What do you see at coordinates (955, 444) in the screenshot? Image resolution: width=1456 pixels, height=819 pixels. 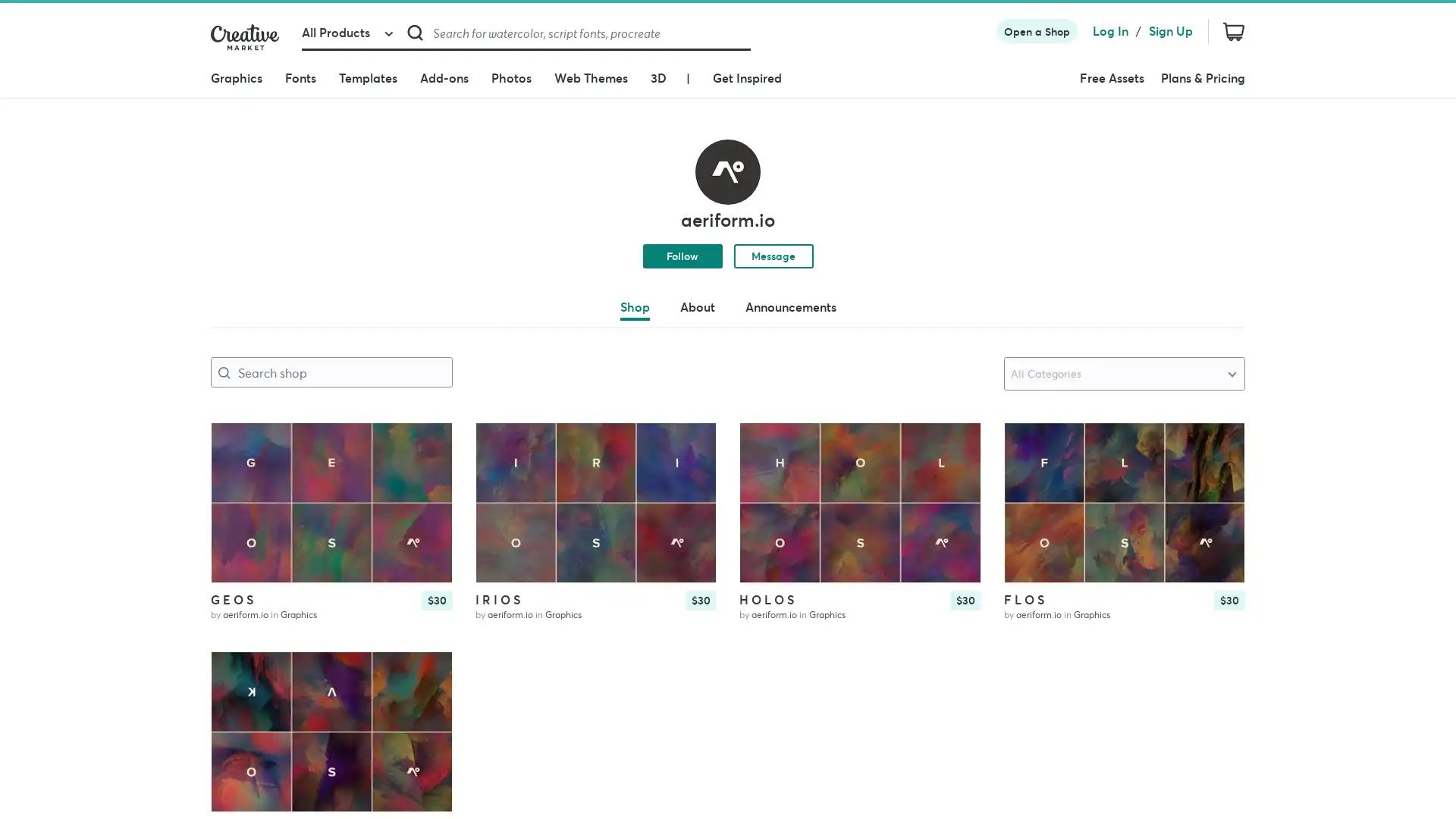 I see `Like` at bounding box center [955, 444].